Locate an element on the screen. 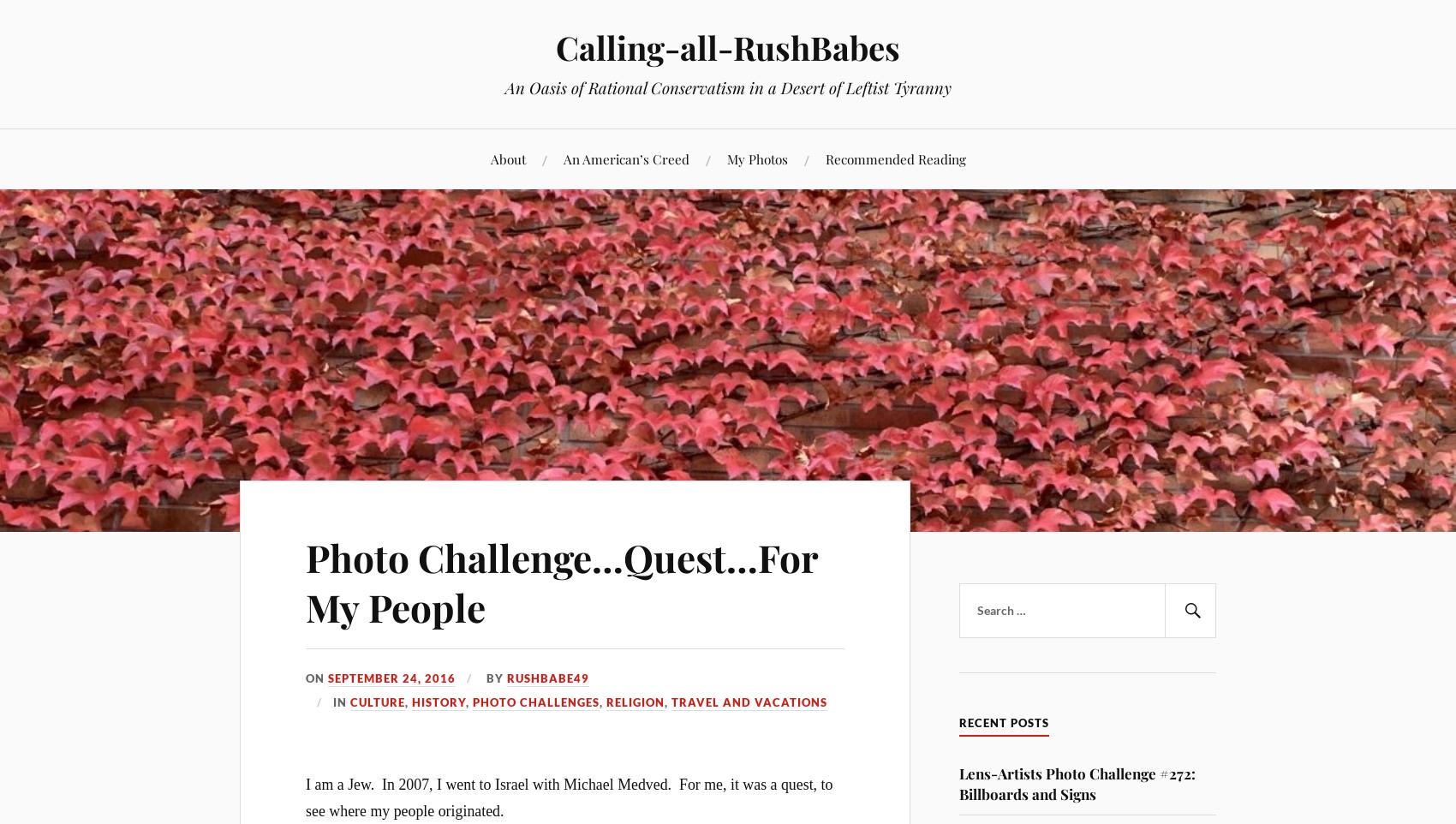 This screenshot has width=1456, height=824. 'September 24, 2016' is located at coordinates (391, 678).